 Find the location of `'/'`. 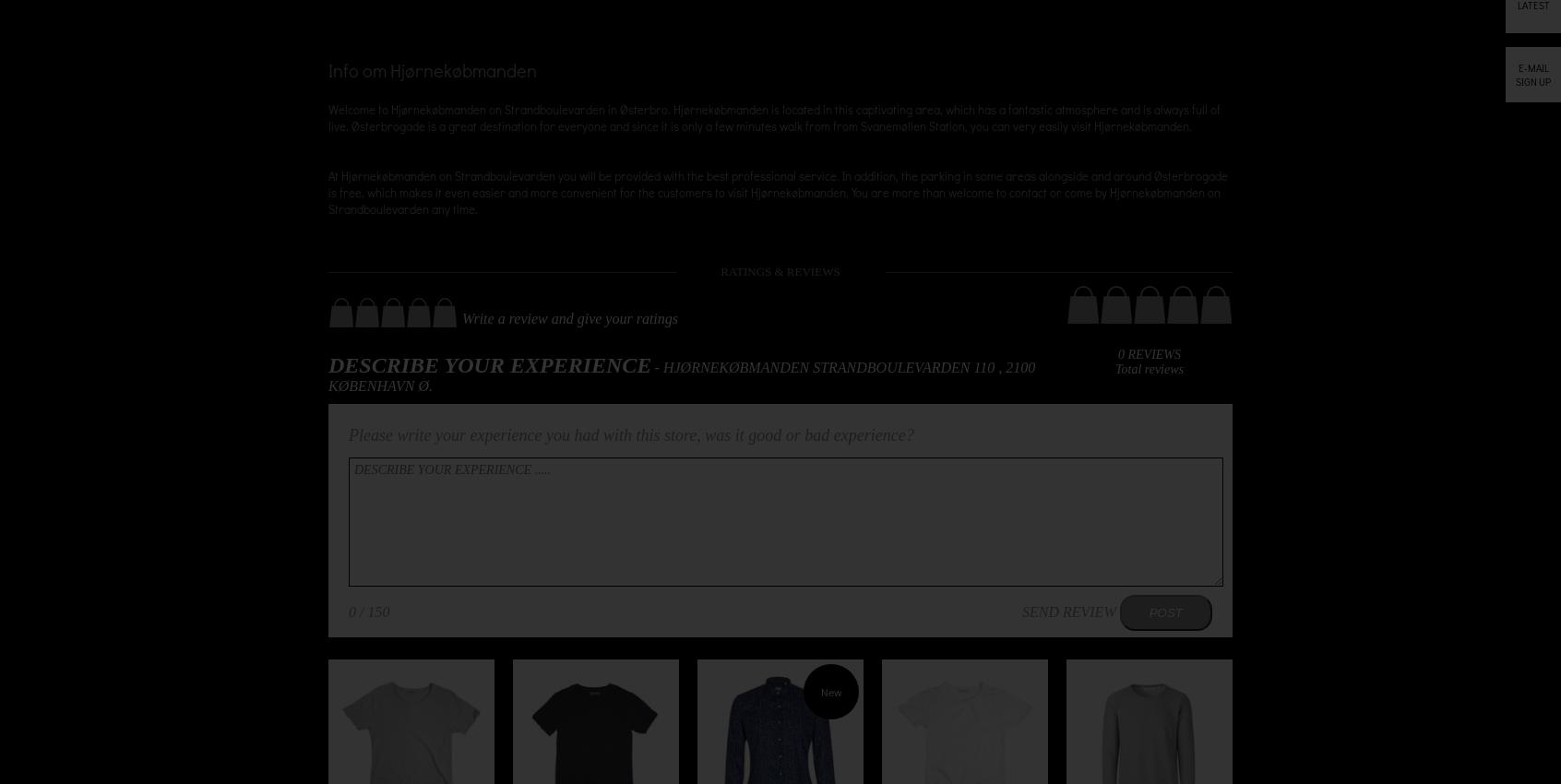

'/' is located at coordinates (355, 612).